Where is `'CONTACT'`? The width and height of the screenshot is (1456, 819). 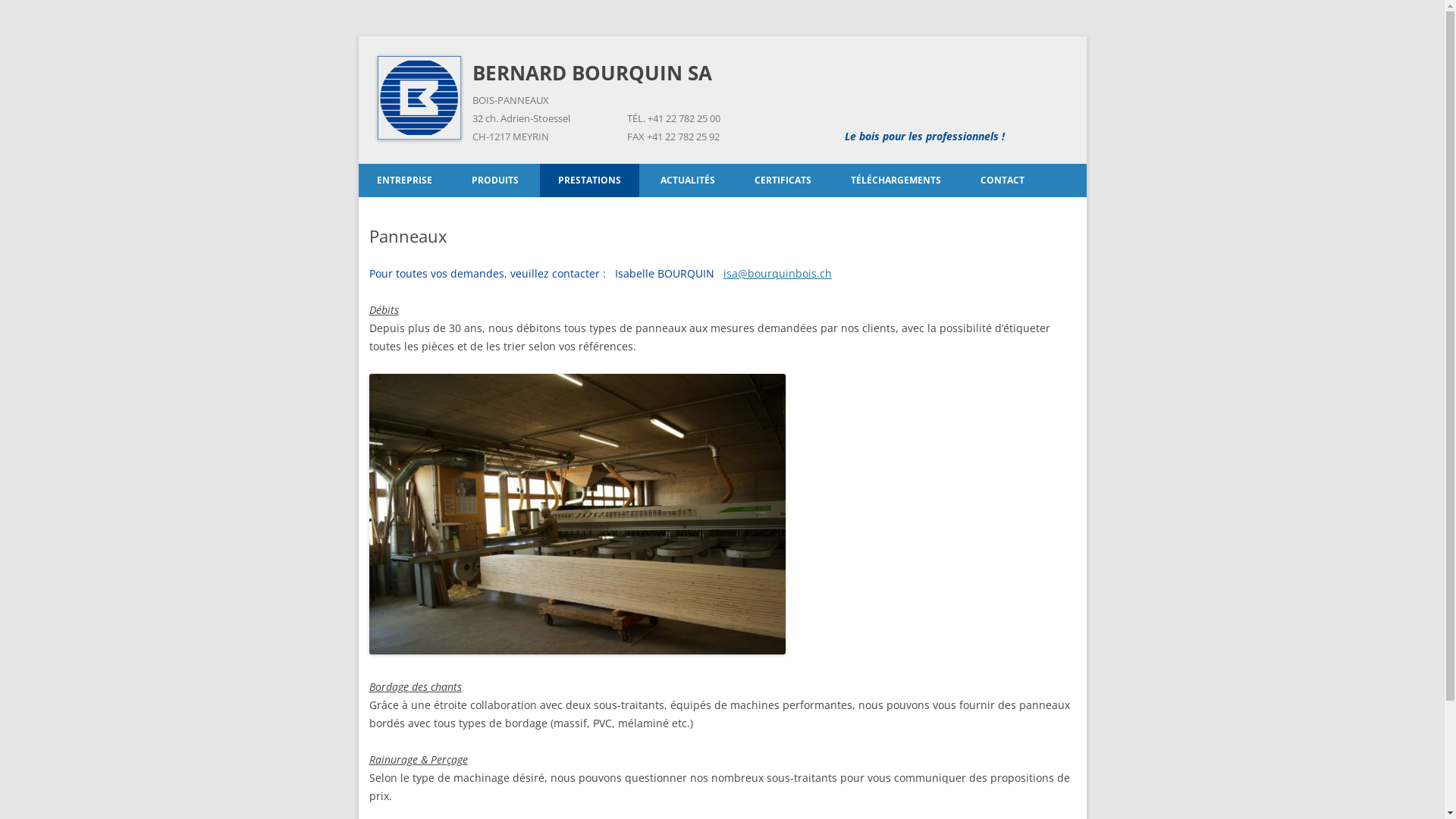 'CONTACT' is located at coordinates (1001, 180).